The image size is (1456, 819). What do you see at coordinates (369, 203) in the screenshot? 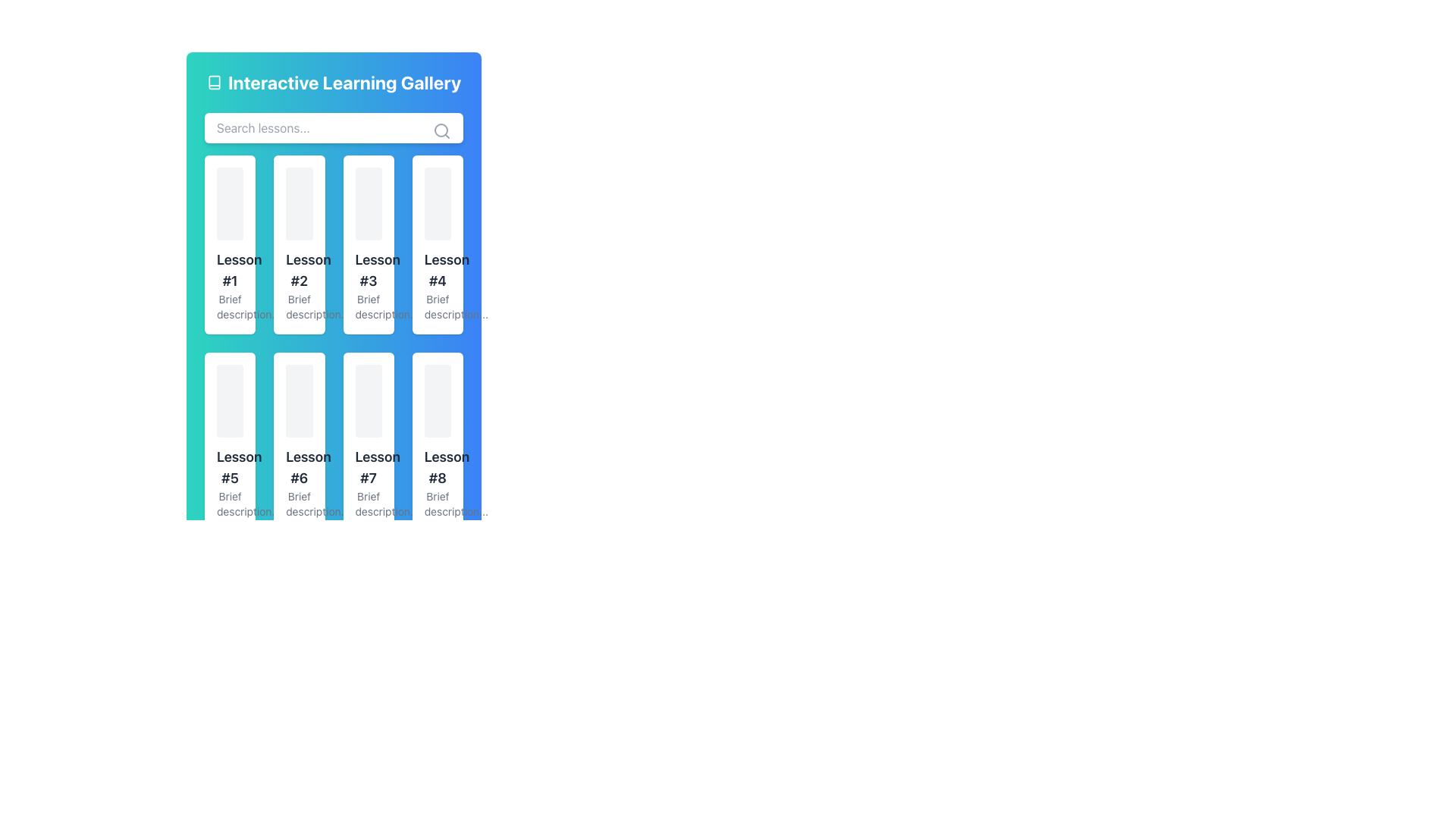
I see `the topmost, centrally-aligned rectangle within the card labeled 'Lesson #3', which serves as a placeholder for graphical content` at bounding box center [369, 203].